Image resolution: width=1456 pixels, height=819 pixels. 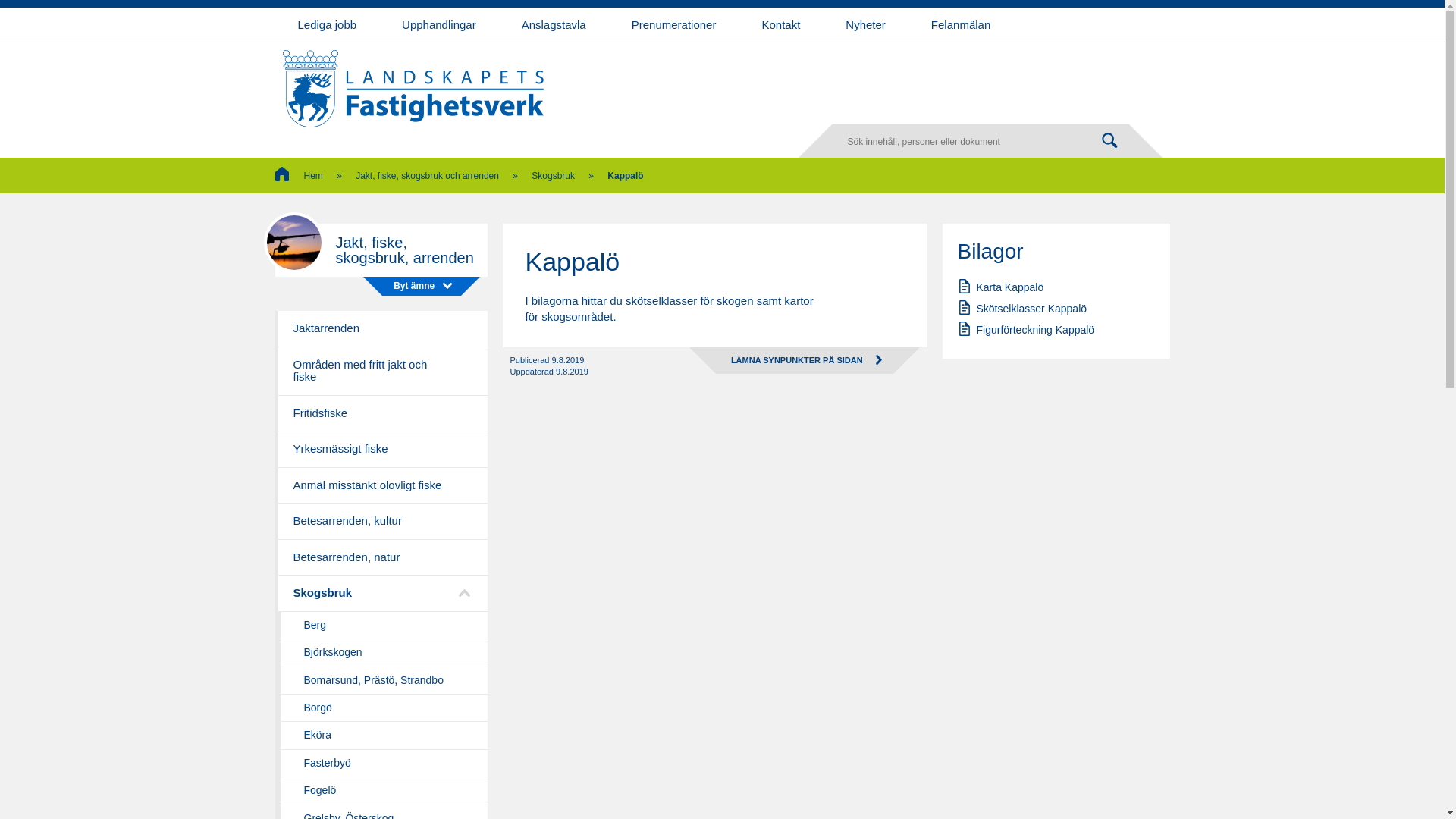 I want to click on 'Upphandlingar', so click(x=438, y=24).